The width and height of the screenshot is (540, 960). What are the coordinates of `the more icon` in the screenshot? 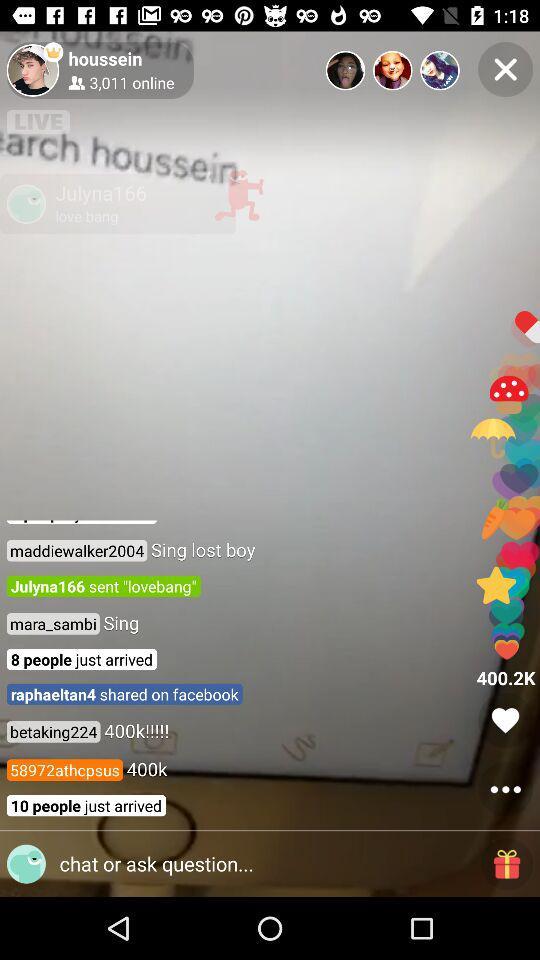 It's located at (504, 789).